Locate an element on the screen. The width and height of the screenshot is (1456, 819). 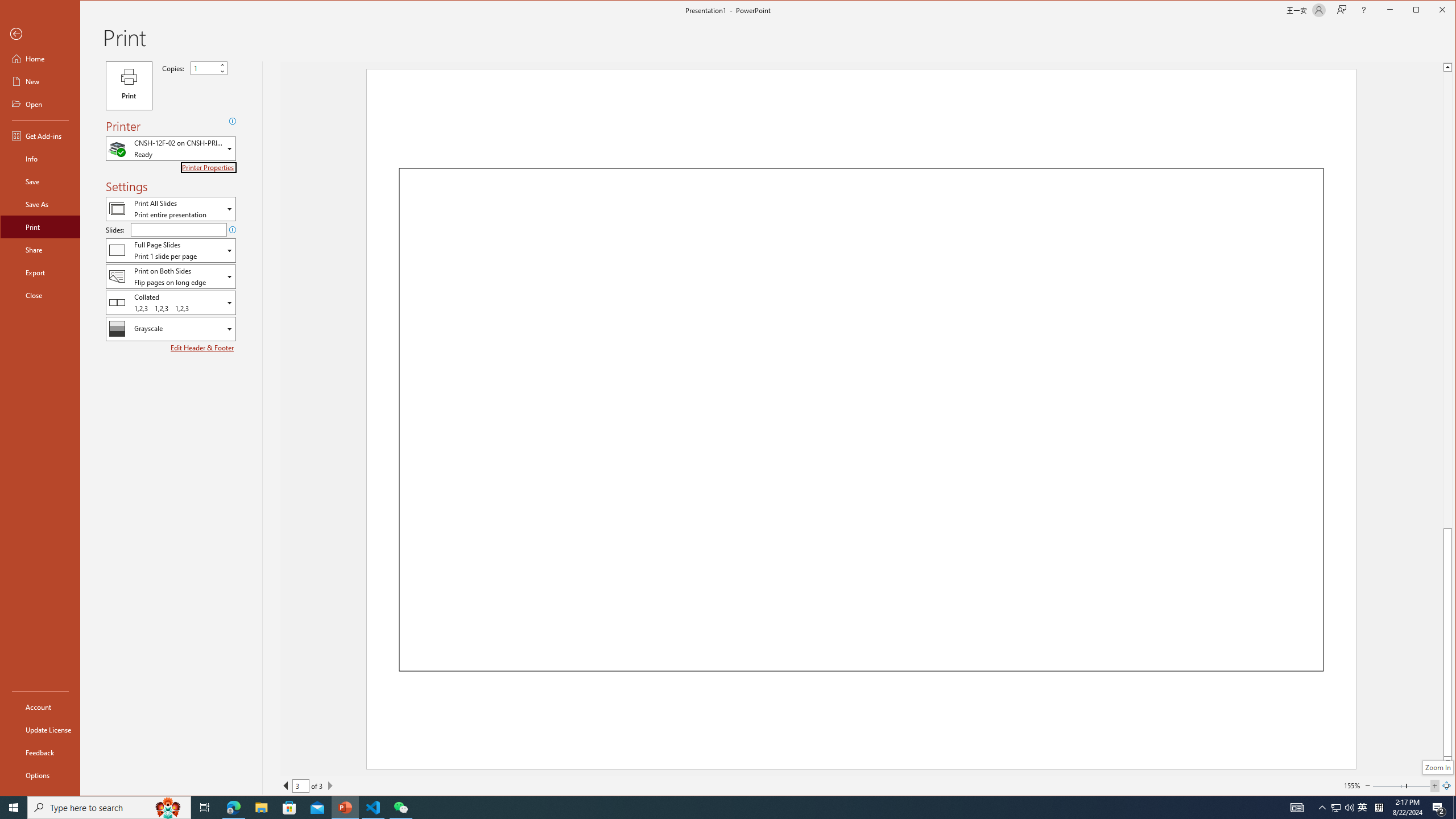
'Back' is located at coordinates (39, 34).